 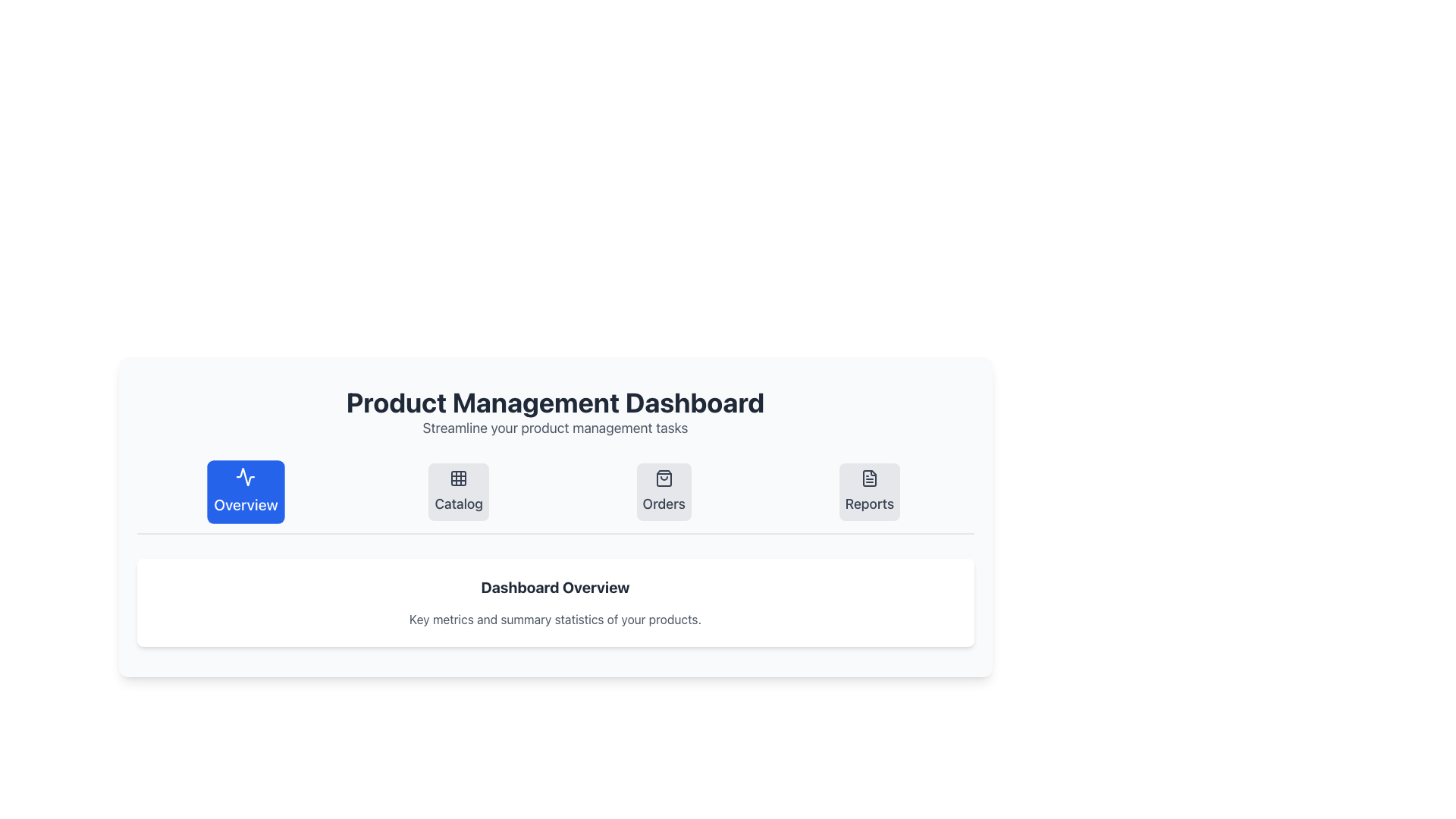 I want to click on the 'Overview' button, which serves as a label indicating its purpose for navigating to the overview section in the Product Management Dashboard, so click(x=246, y=505).